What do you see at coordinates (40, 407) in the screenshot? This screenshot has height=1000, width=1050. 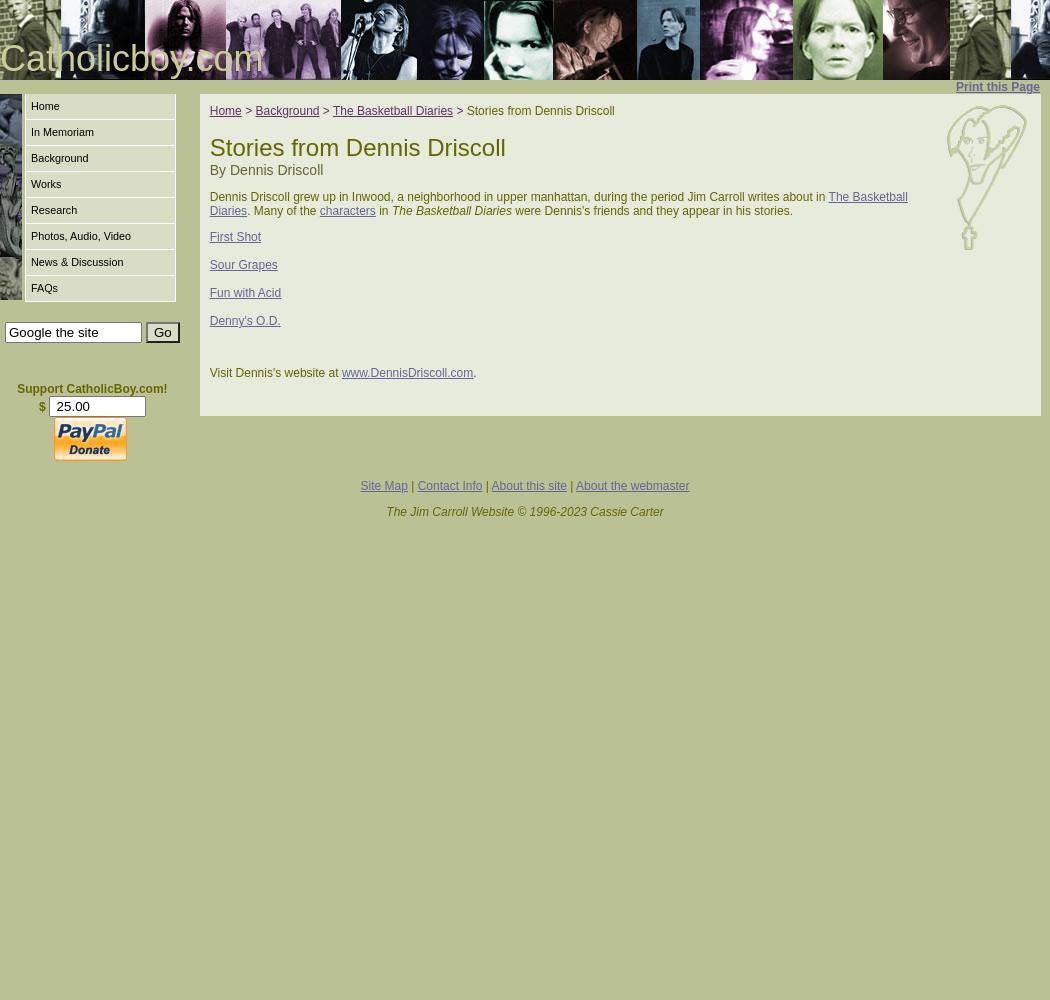 I see `'$'` at bounding box center [40, 407].